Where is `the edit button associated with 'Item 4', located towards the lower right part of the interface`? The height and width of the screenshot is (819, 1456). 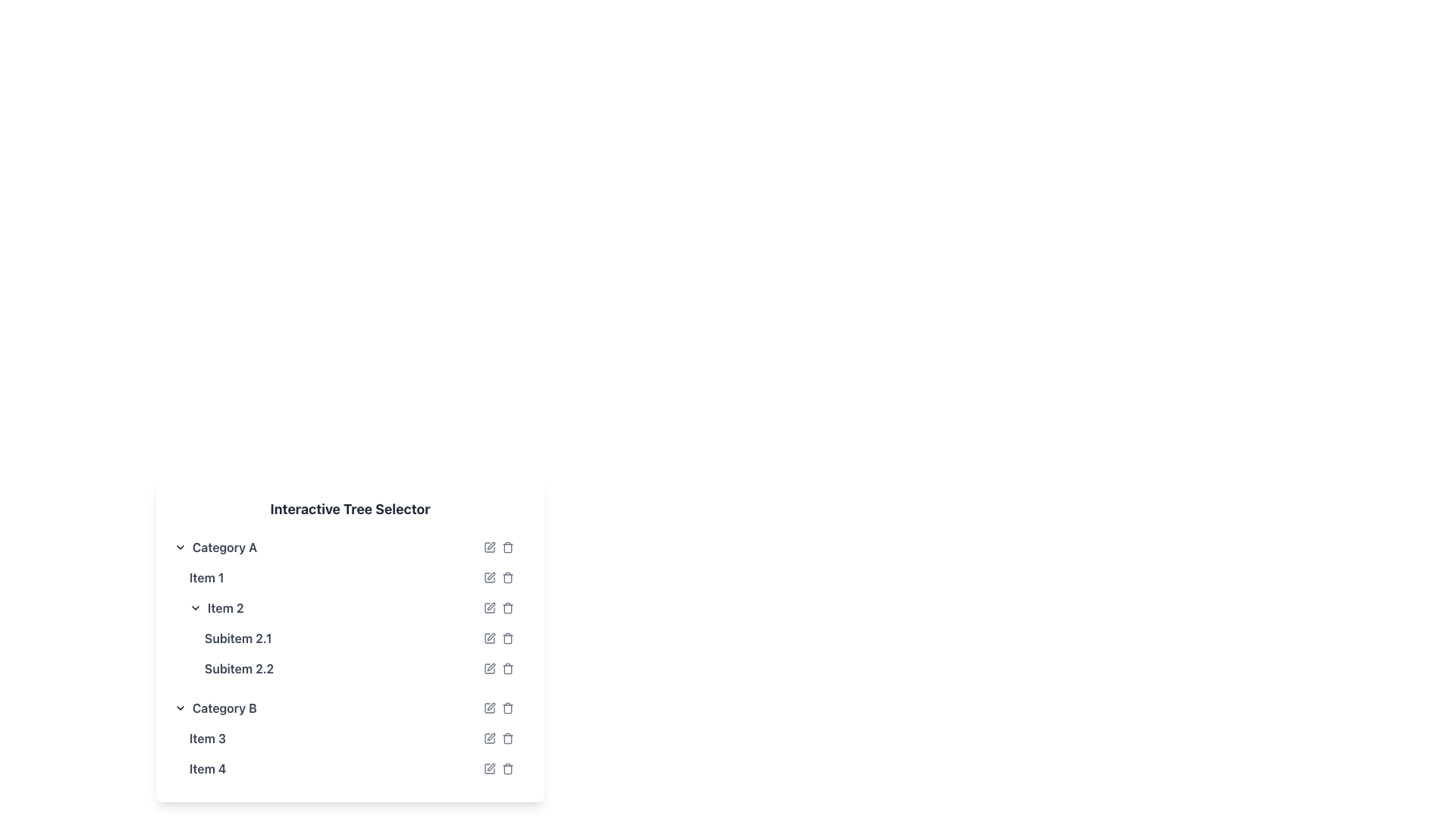
the edit button associated with 'Item 4', located towards the lower right part of the interface is located at coordinates (490, 769).